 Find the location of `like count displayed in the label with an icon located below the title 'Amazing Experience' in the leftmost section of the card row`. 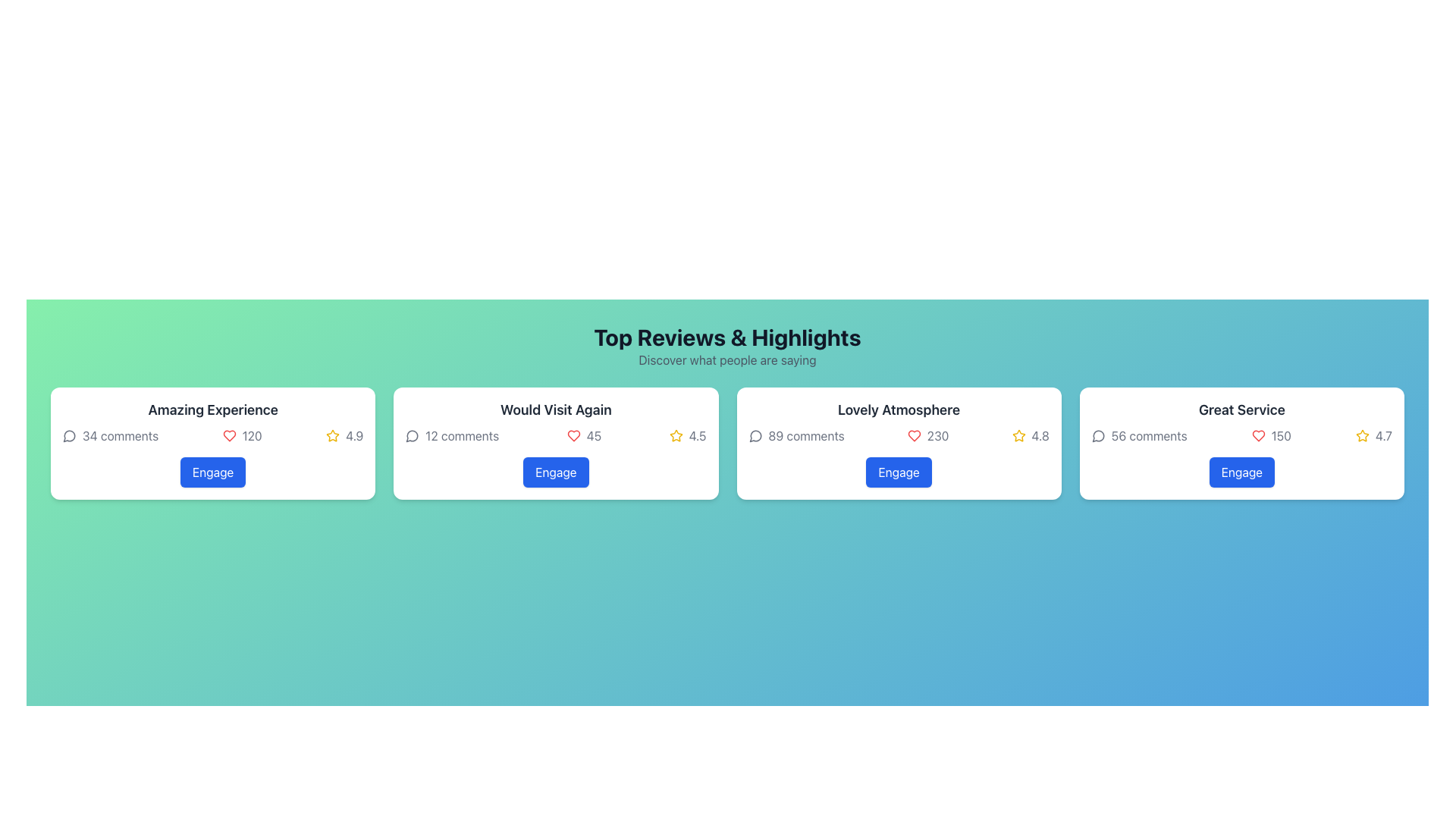

like count displayed in the label with an icon located below the title 'Amazing Experience' in the leftmost section of the card row is located at coordinates (241, 435).